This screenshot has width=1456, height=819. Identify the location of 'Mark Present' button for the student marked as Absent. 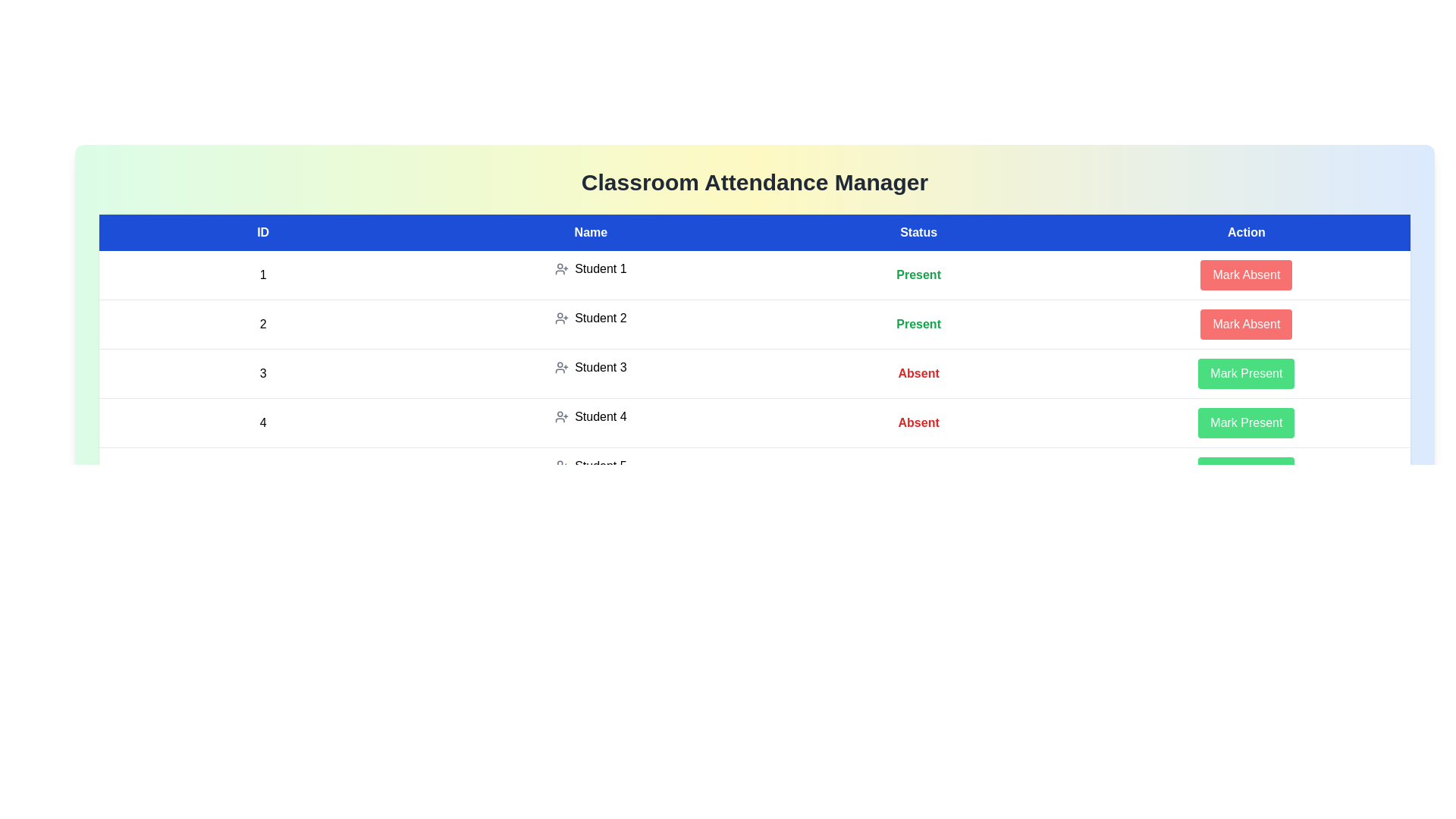
(1246, 374).